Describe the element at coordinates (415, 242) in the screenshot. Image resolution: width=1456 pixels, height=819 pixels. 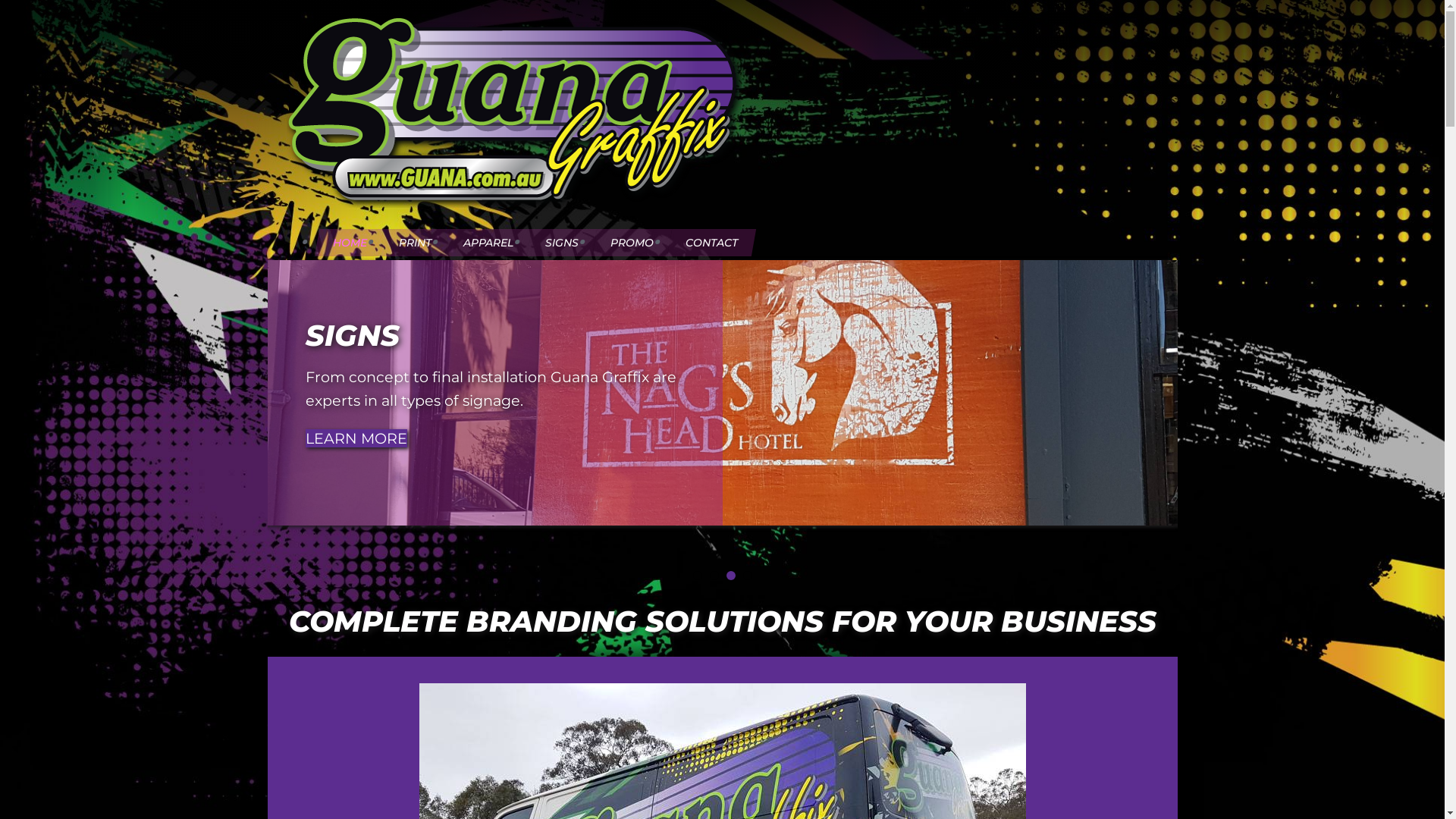
I see `'PRINT'` at that location.